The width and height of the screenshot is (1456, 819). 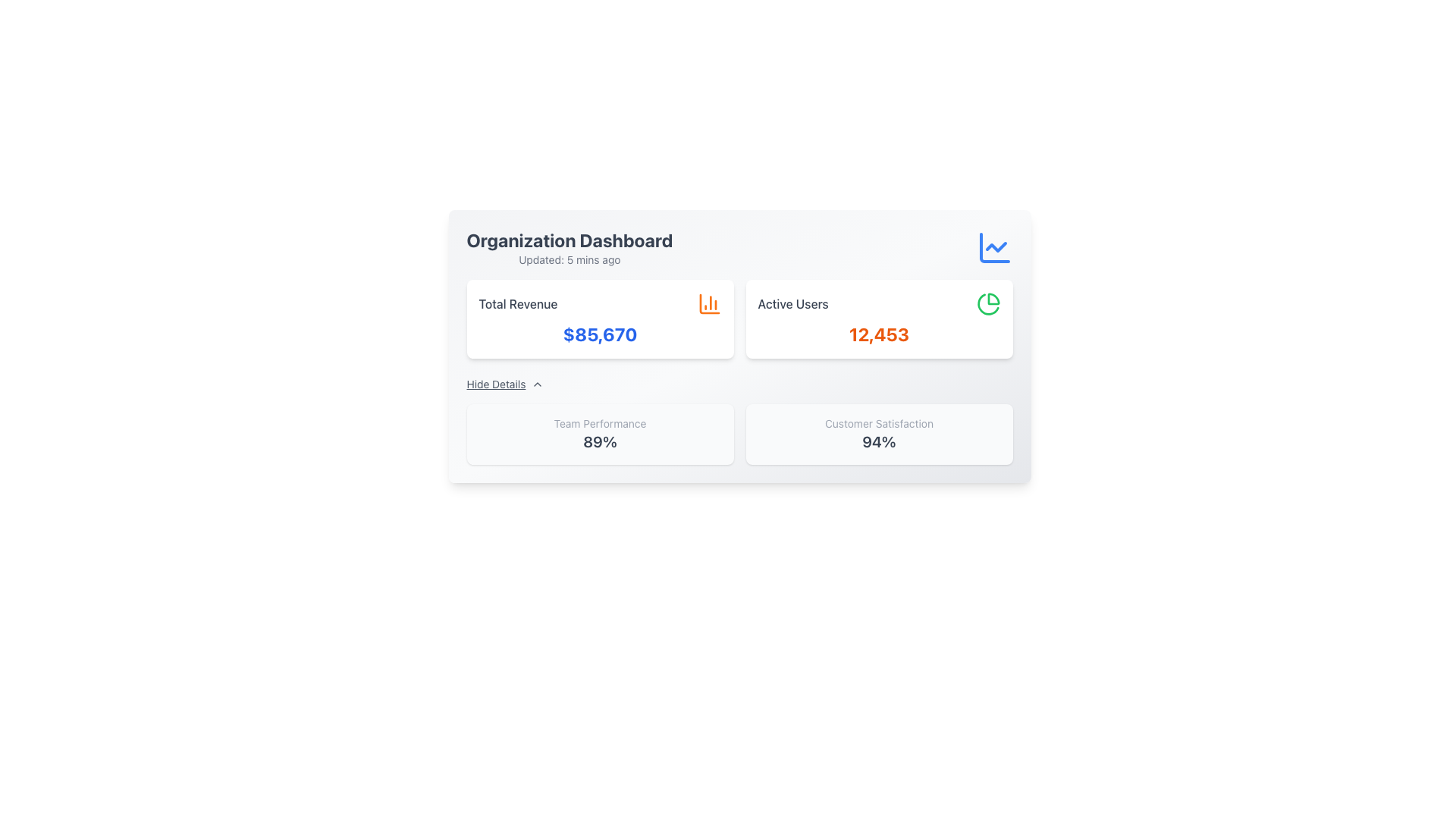 What do you see at coordinates (569, 247) in the screenshot?
I see `title and timestamp from the text block located in the top-left corner of the main content section beneath the dashboard header` at bounding box center [569, 247].